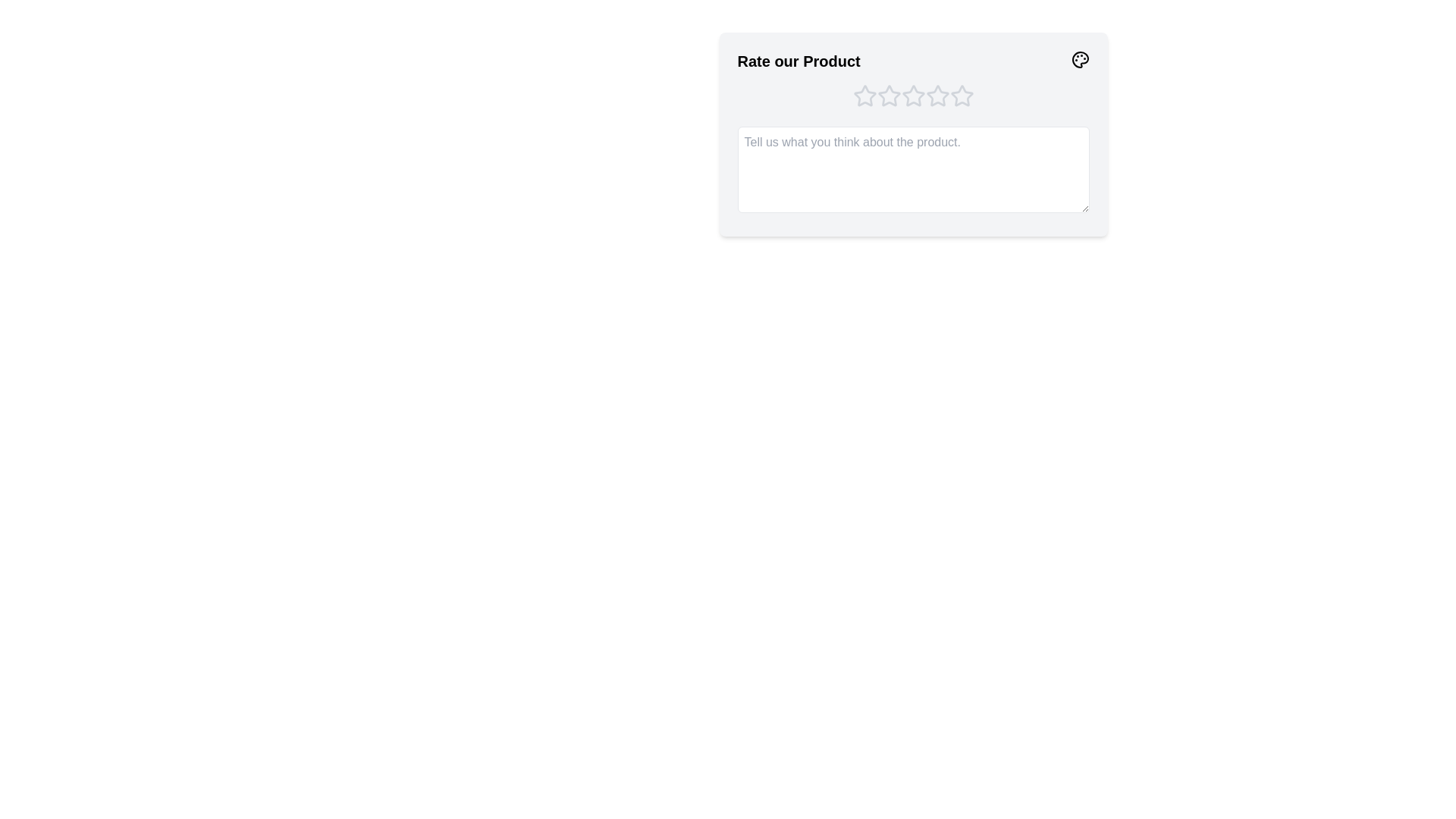 This screenshot has width=1456, height=819. I want to click on the product rating to 2 stars by clicking on the corresponding star, so click(889, 96).